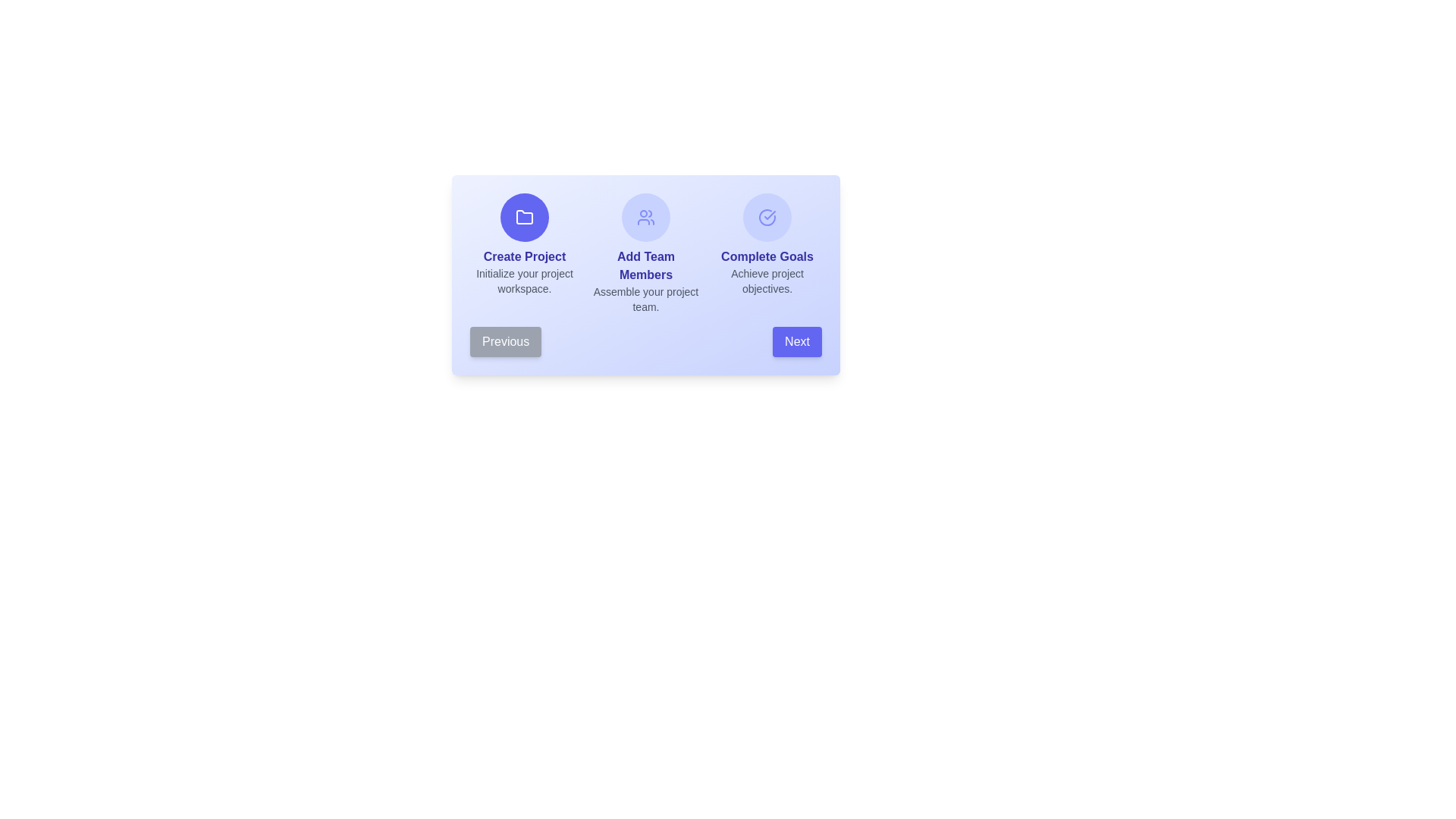 This screenshot has width=1456, height=819. Describe the element at coordinates (796, 342) in the screenshot. I see `the 'Next' button to navigate to the next workflow step` at that location.